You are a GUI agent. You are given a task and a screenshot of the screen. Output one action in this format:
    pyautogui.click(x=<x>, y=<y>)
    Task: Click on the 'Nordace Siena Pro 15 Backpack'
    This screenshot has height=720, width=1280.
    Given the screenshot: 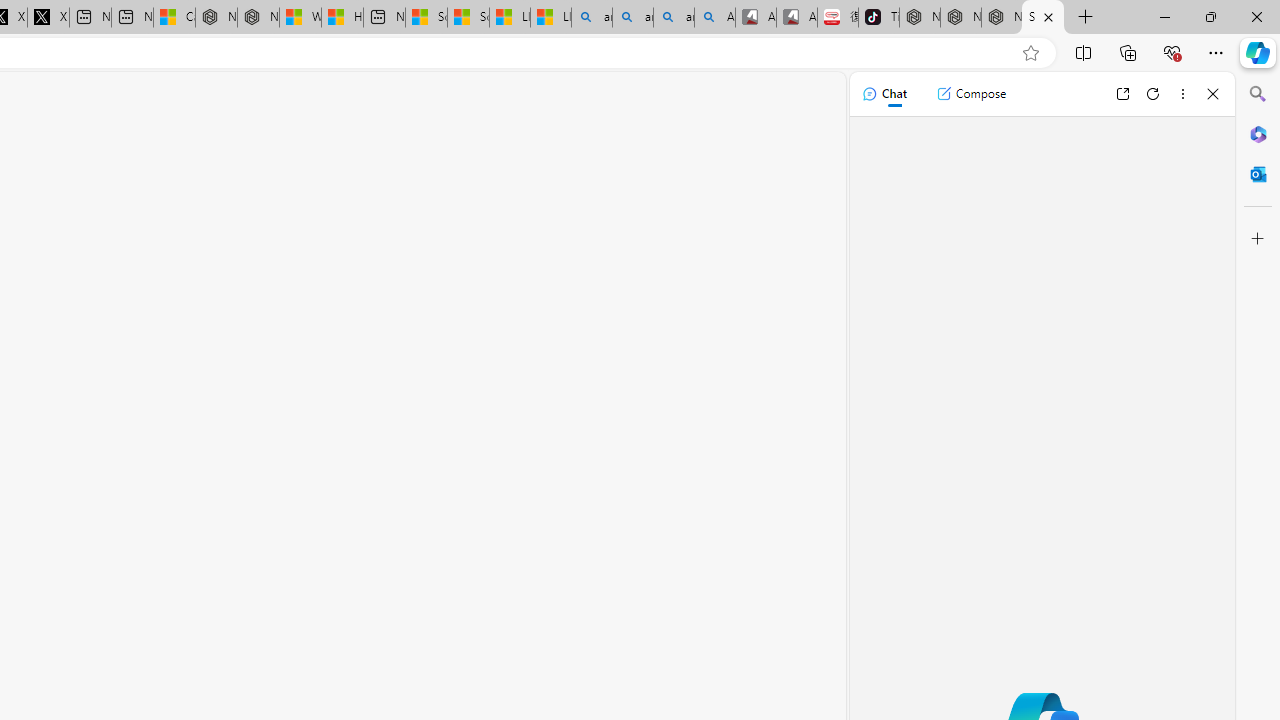 What is the action you would take?
    pyautogui.click(x=960, y=17)
    